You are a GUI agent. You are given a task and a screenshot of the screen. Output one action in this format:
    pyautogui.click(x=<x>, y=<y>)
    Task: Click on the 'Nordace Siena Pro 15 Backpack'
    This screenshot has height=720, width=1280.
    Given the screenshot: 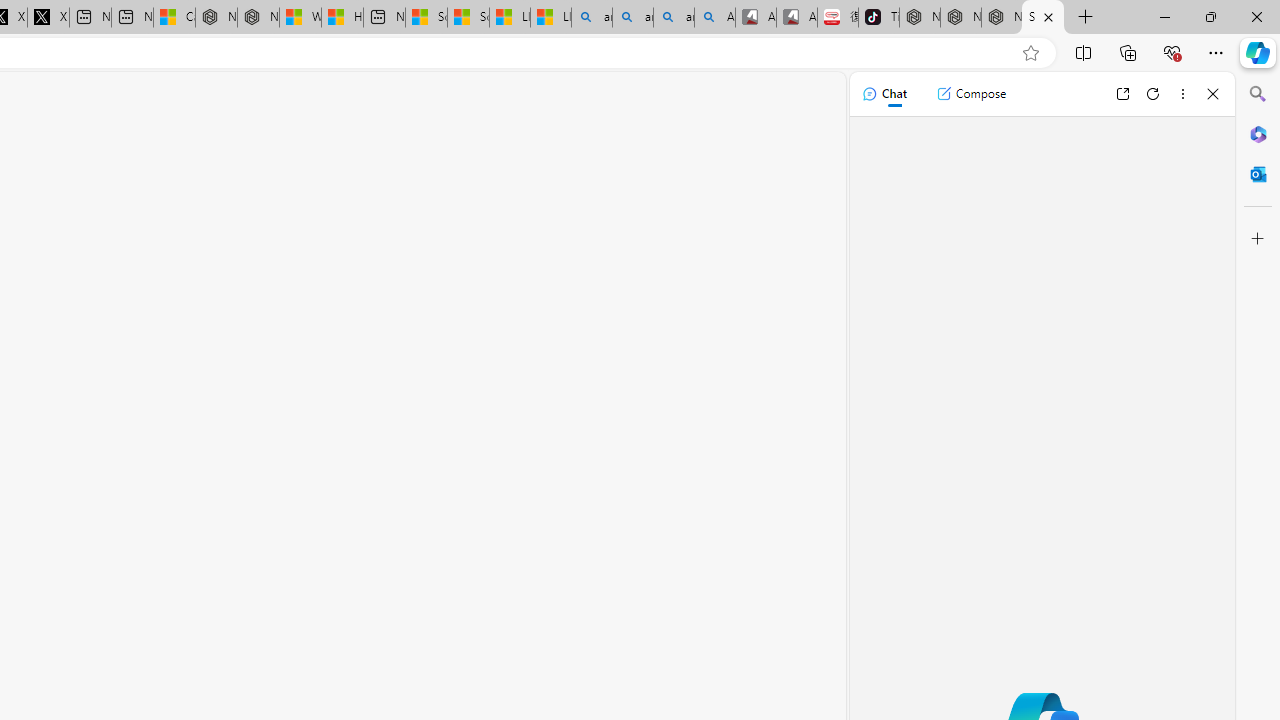 What is the action you would take?
    pyautogui.click(x=960, y=17)
    